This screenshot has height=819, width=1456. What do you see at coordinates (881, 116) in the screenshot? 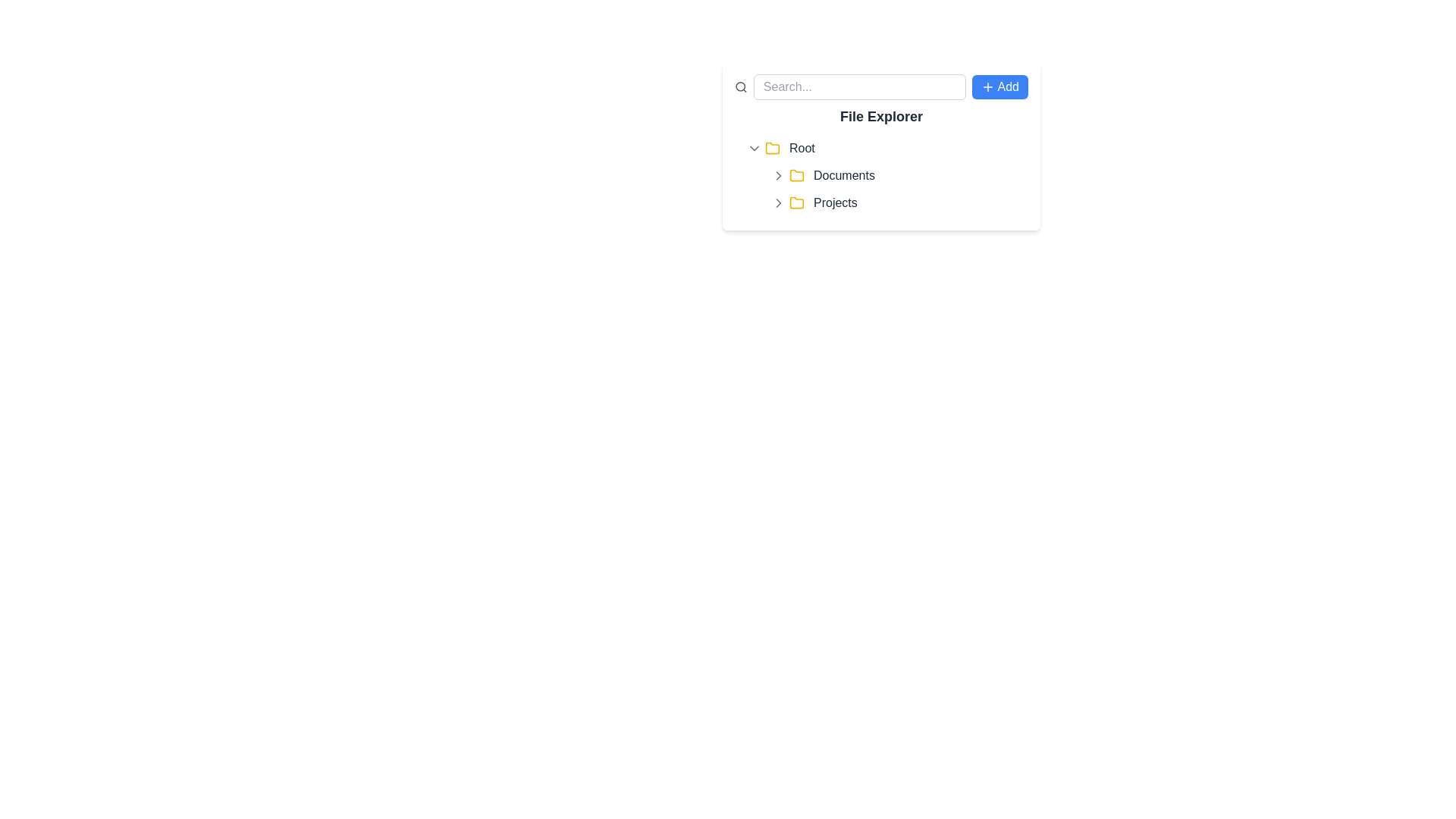
I see `the Text Label that serves as a title for the file explorer section, located centrally below the search bar and 'Add' button` at bounding box center [881, 116].